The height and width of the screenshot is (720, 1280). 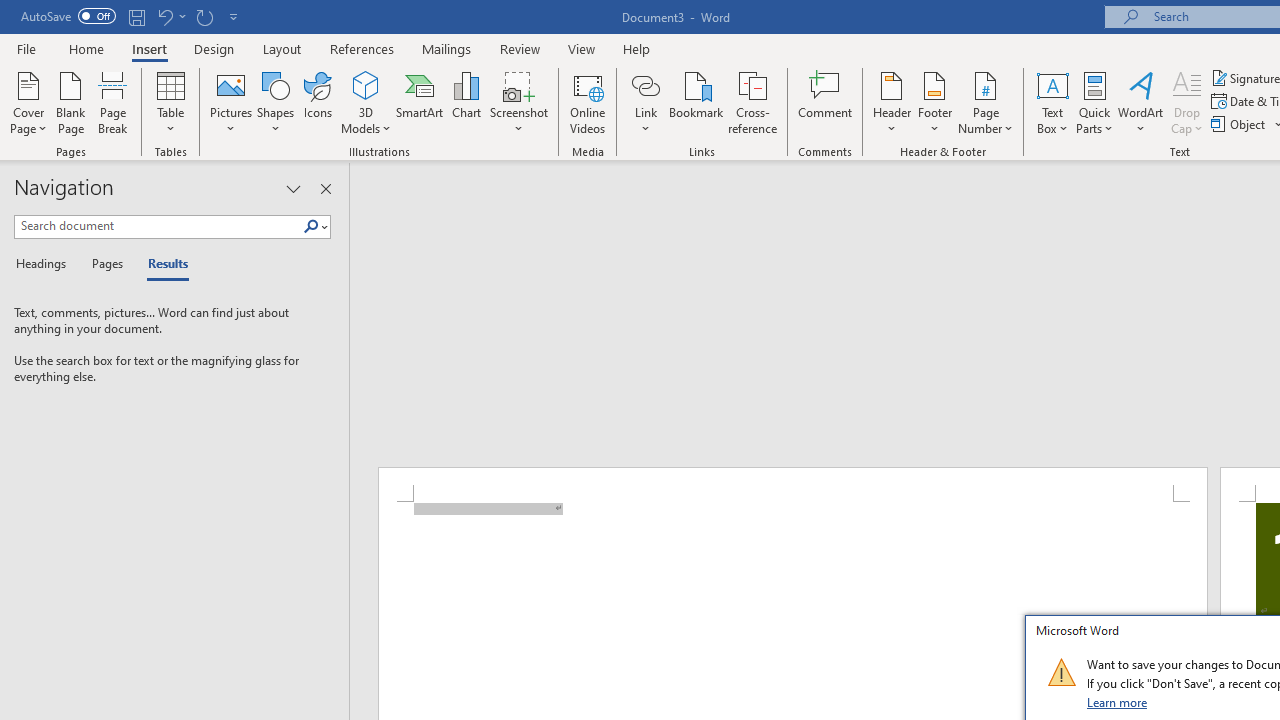 What do you see at coordinates (891, 103) in the screenshot?
I see `'Header'` at bounding box center [891, 103].